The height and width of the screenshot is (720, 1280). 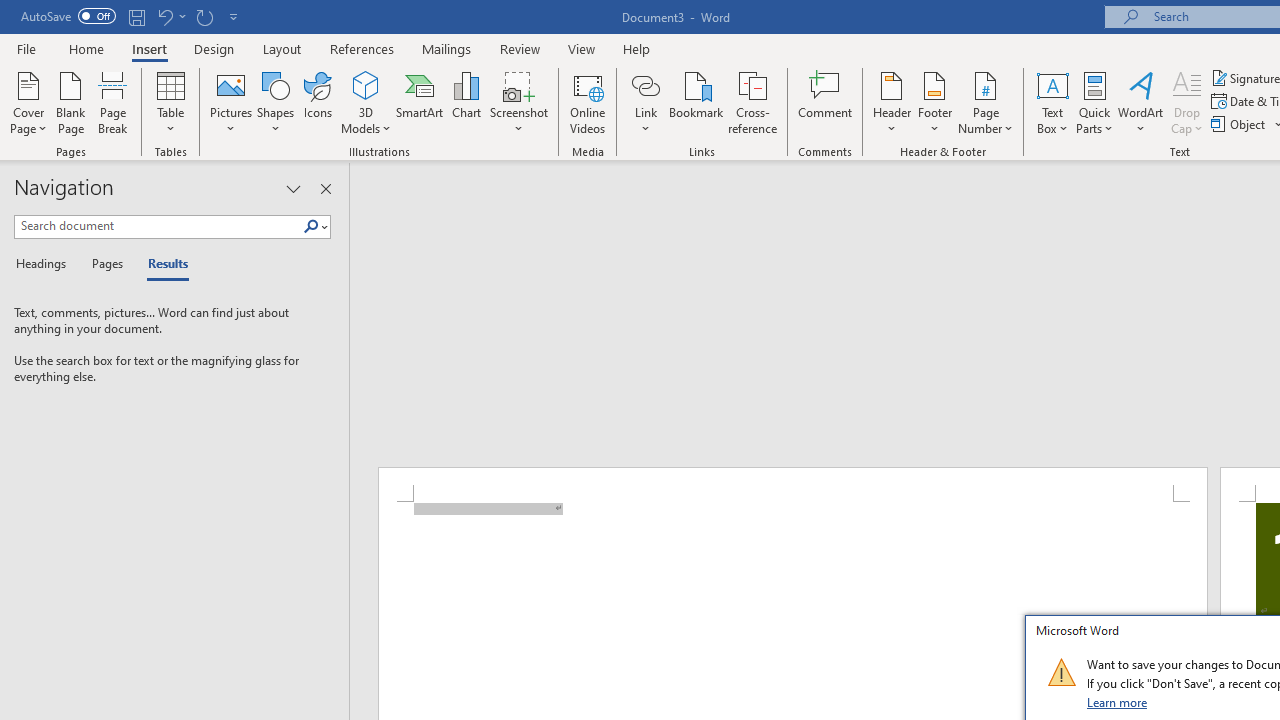 What do you see at coordinates (891, 103) in the screenshot?
I see `'Header'` at bounding box center [891, 103].